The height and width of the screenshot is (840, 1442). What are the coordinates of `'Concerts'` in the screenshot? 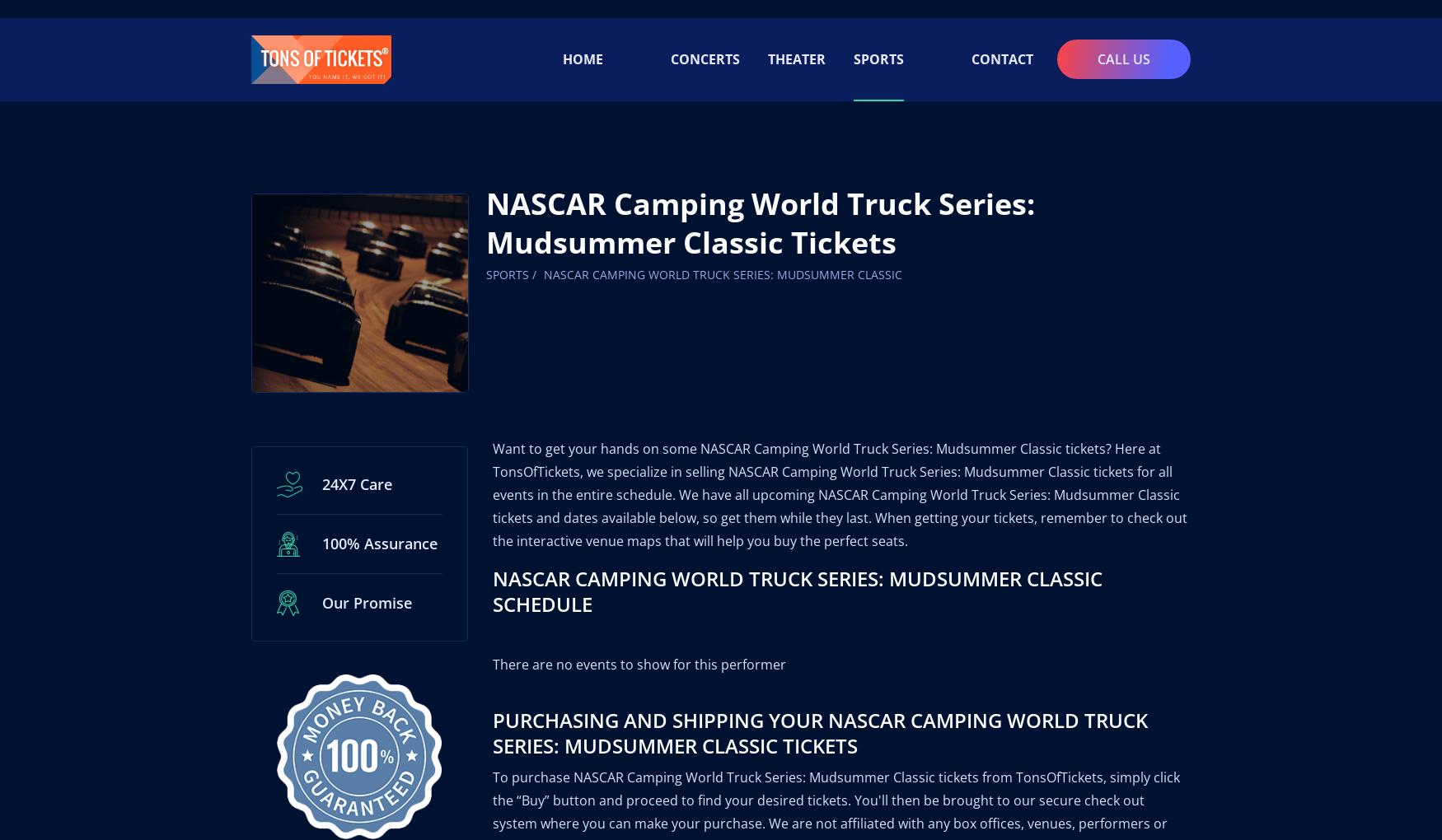 It's located at (705, 40).